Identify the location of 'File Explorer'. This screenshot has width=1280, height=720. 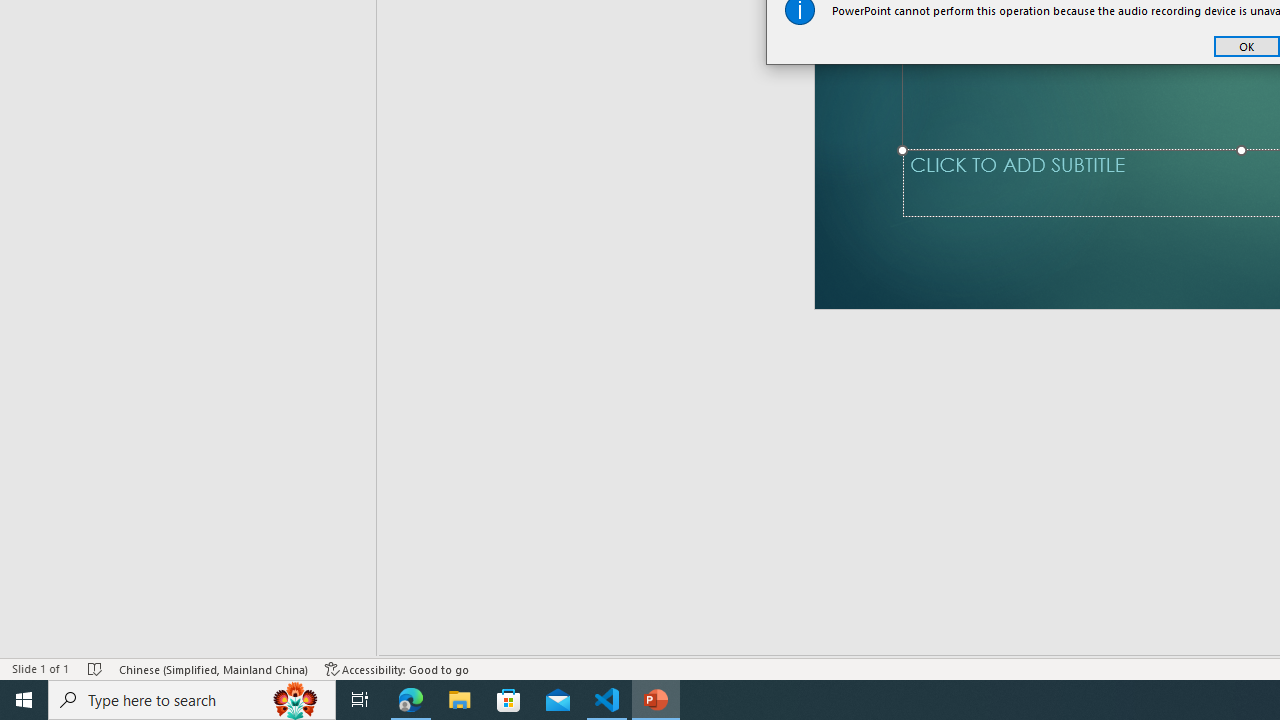
(459, 698).